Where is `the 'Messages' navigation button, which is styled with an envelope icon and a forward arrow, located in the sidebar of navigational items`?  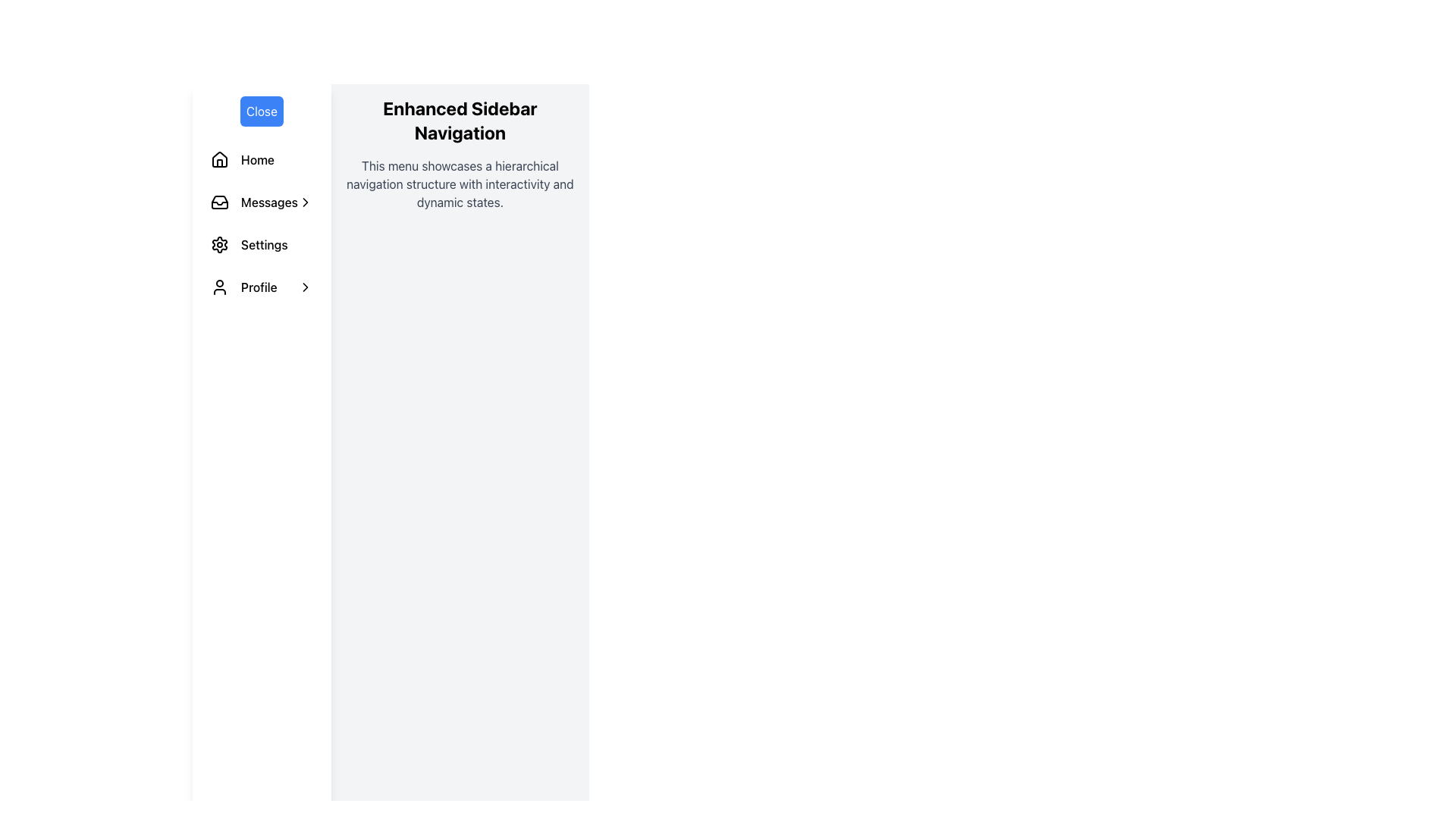
the 'Messages' navigation button, which is styled with an envelope icon and a forward arrow, located in the sidebar of navigational items is located at coordinates (262, 201).